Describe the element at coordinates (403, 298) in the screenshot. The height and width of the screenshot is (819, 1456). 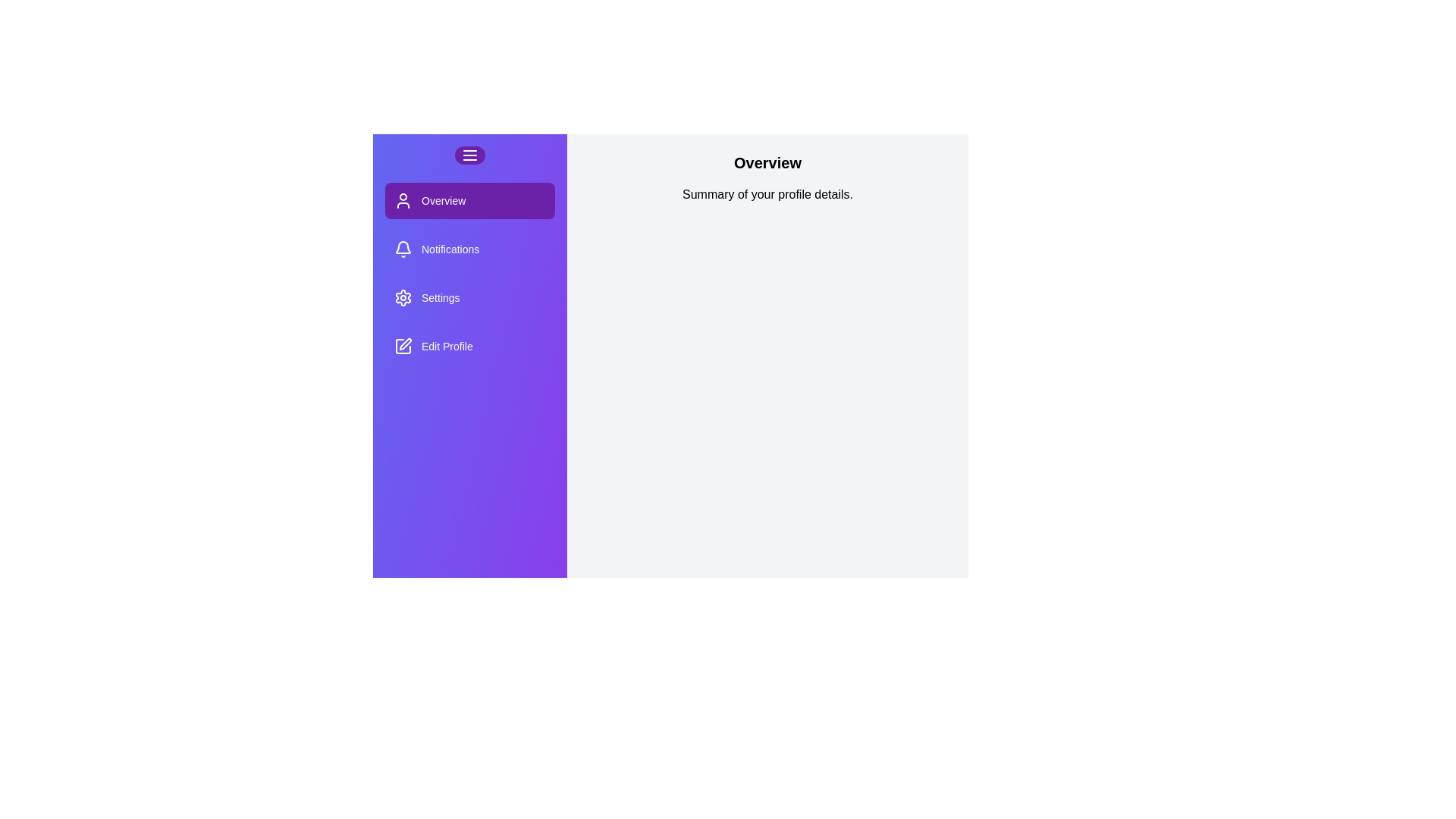
I see `the icon of the section Settings` at that location.